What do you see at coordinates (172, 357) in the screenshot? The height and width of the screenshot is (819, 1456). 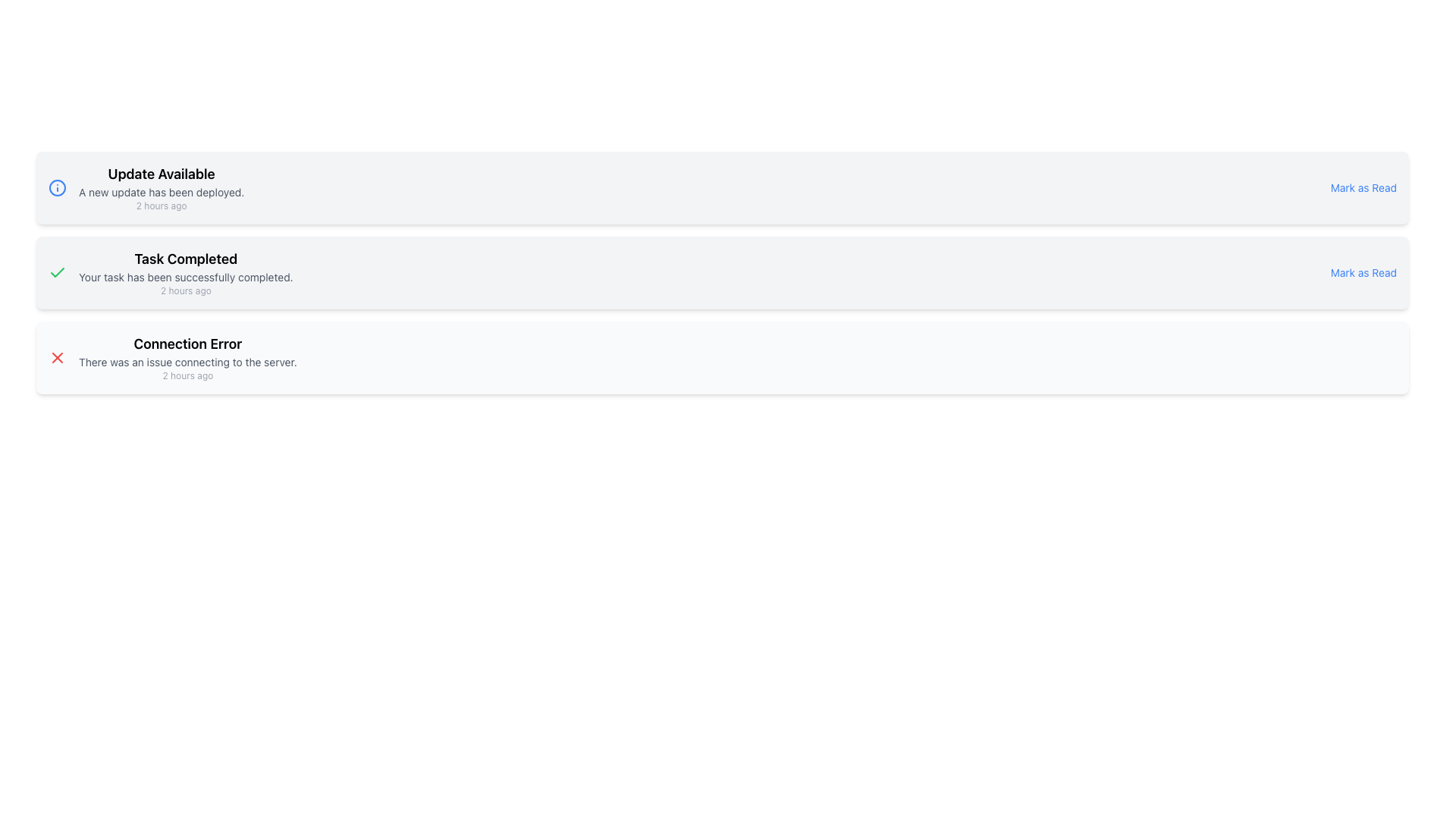 I see `the Notification Component displaying 'Connection Error' with the message 'There was an issue connecting to the server.'` at bounding box center [172, 357].